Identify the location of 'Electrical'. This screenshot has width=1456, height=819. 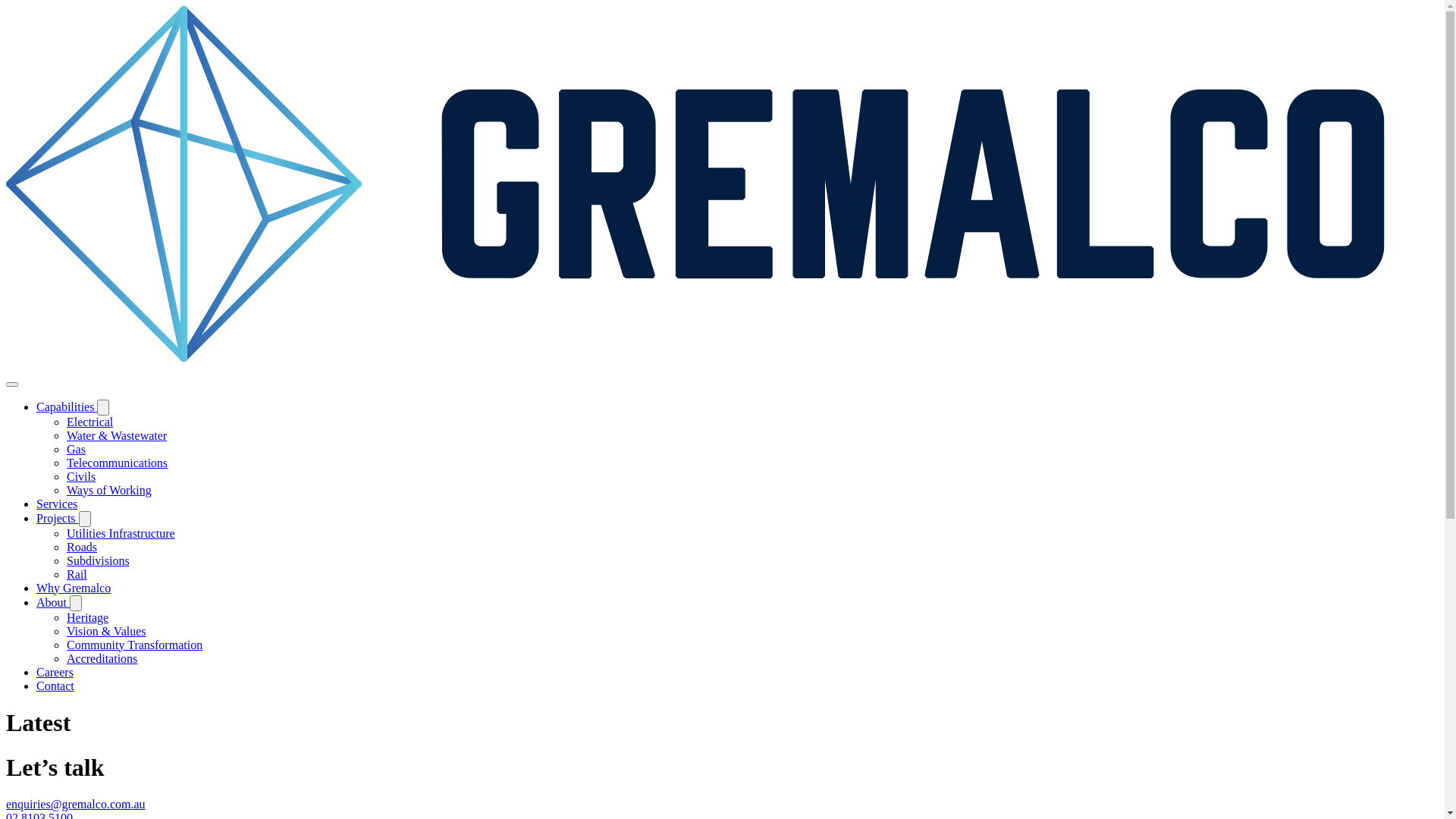
(65, 422).